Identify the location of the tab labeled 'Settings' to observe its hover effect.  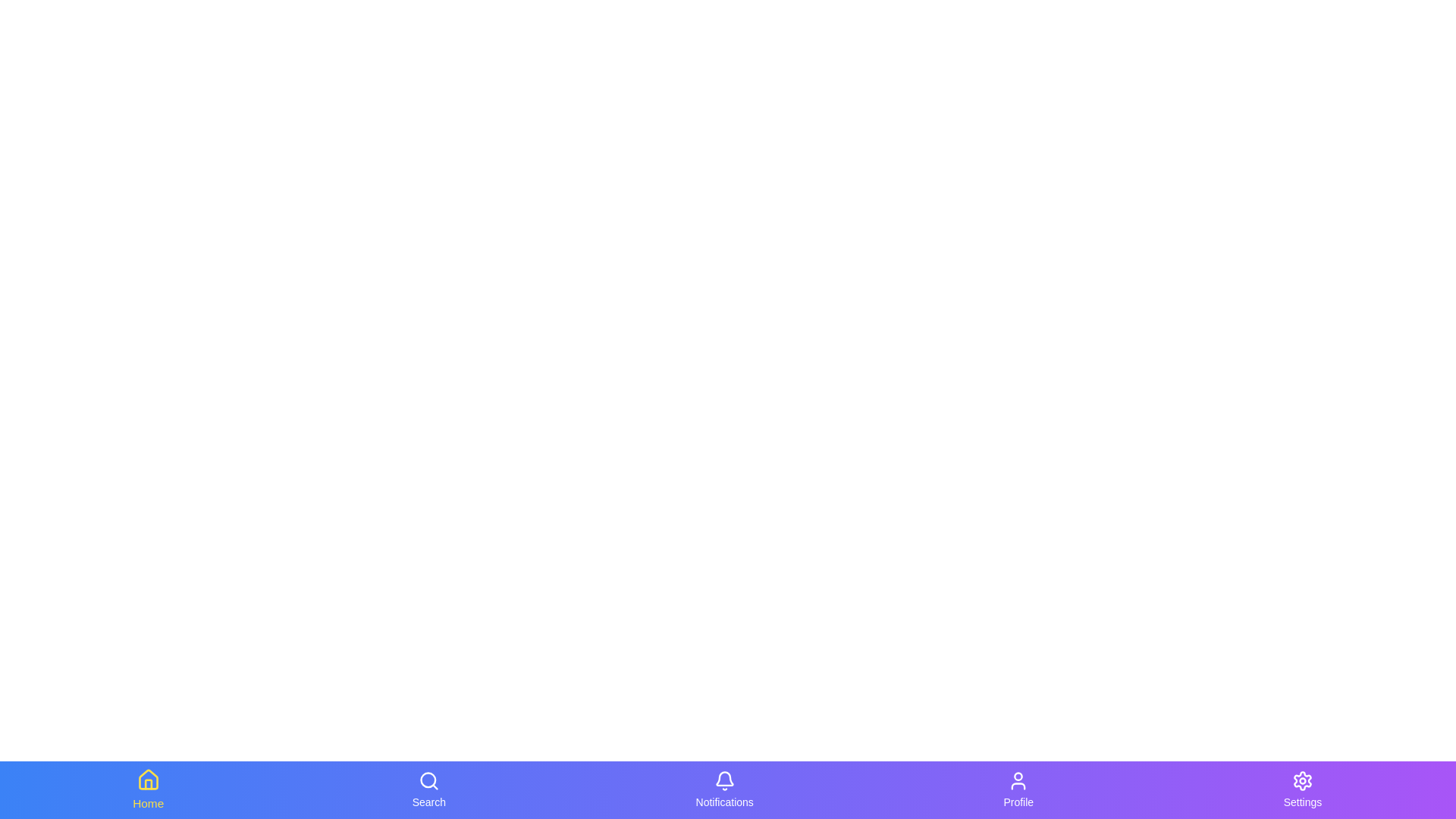
(1301, 789).